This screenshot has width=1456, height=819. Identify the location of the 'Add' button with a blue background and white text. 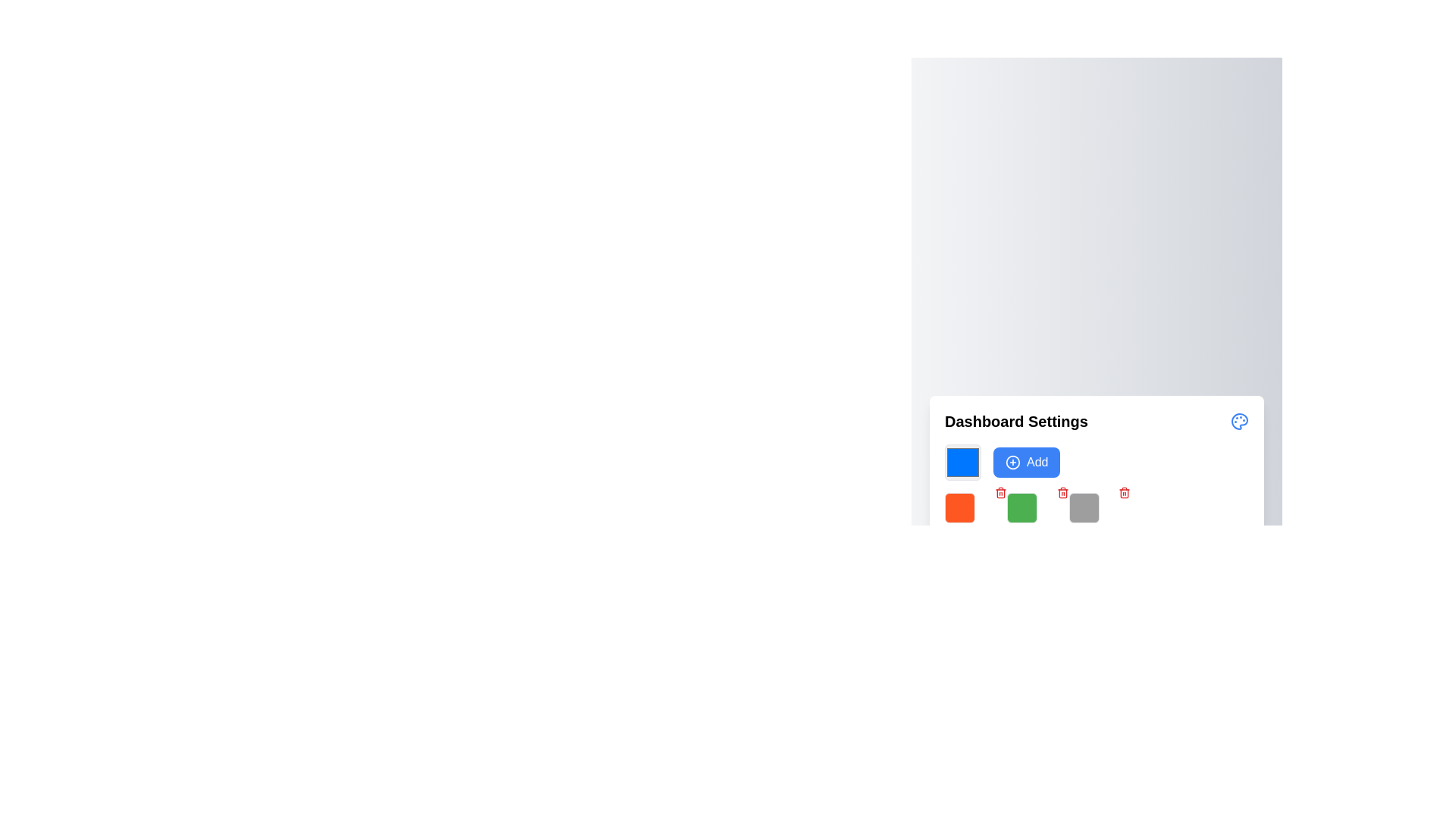
(1027, 461).